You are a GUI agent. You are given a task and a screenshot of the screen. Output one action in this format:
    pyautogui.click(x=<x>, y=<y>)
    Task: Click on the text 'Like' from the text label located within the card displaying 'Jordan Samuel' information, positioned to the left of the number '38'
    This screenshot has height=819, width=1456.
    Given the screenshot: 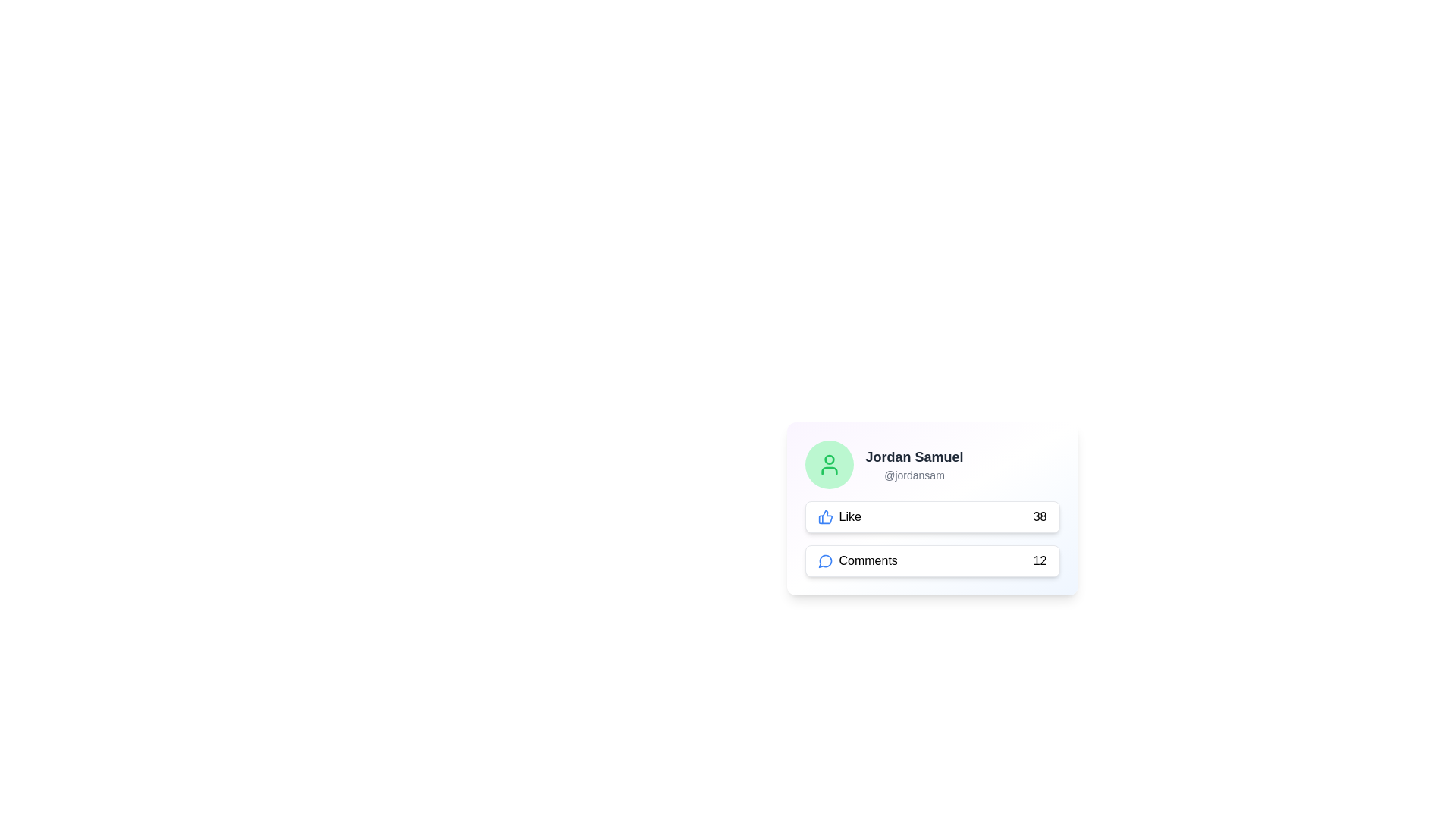 What is the action you would take?
    pyautogui.click(x=839, y=516)
    